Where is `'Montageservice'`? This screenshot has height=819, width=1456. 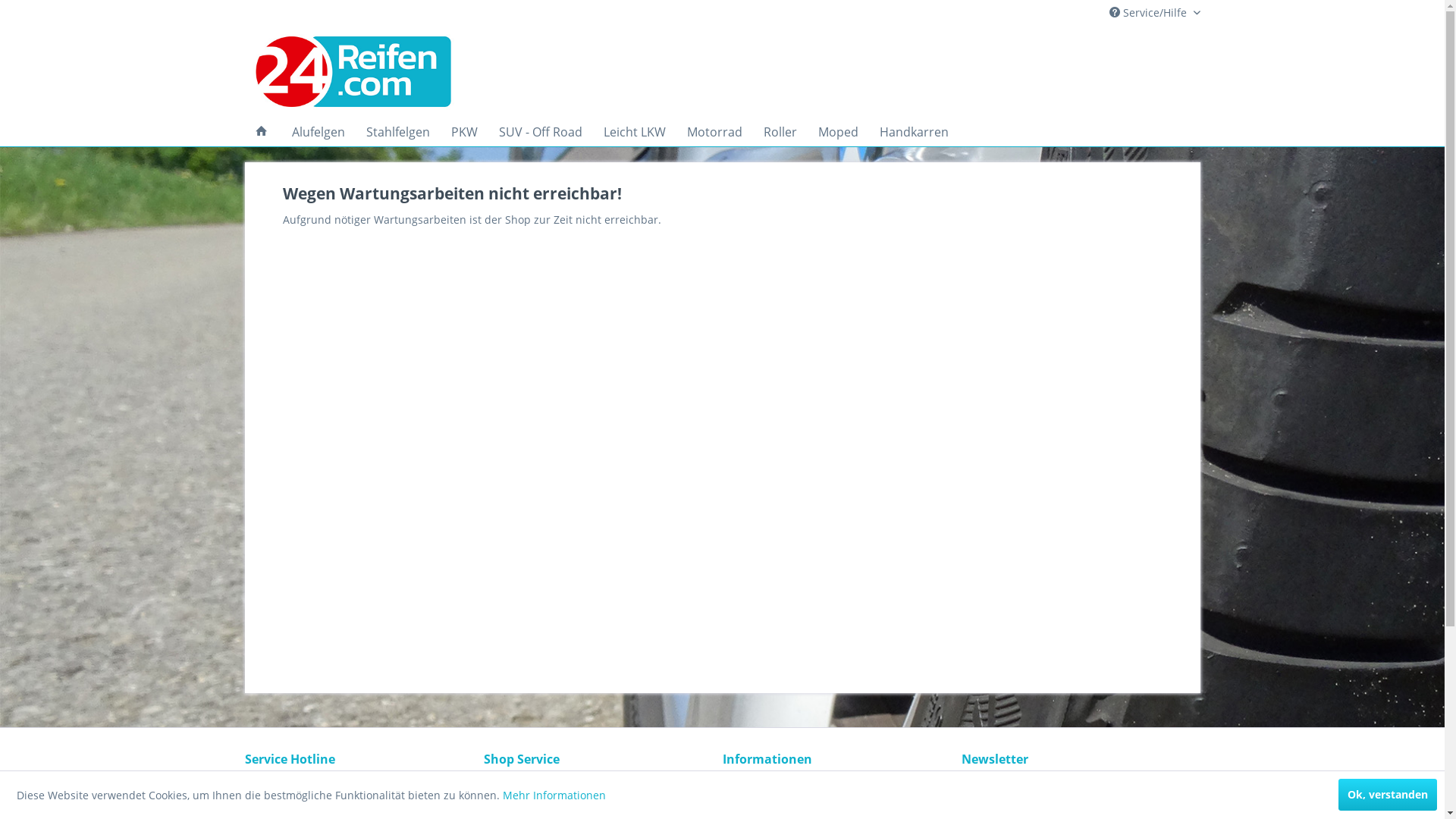
'Montageservice' is located at coordinates (598, 803).